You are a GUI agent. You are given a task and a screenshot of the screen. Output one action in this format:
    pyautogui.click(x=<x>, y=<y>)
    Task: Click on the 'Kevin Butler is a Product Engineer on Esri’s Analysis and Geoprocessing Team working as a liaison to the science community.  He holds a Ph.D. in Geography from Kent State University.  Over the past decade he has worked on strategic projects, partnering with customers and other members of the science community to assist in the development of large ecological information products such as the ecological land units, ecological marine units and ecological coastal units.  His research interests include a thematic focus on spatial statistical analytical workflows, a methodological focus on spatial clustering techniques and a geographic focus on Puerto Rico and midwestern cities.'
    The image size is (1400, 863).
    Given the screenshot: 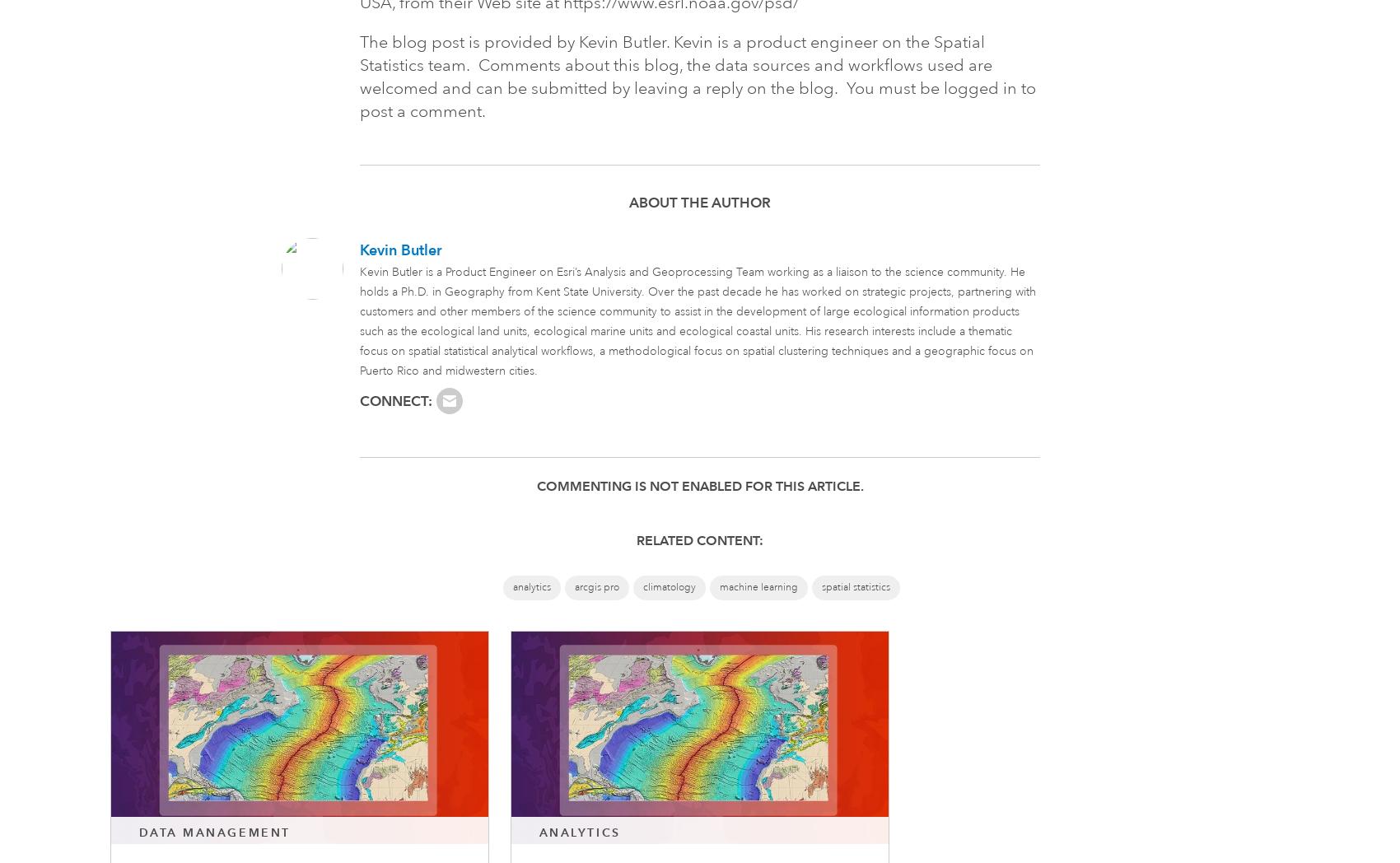 What is the action you would take?
    pyautogui.click(x=697, y=320)
    